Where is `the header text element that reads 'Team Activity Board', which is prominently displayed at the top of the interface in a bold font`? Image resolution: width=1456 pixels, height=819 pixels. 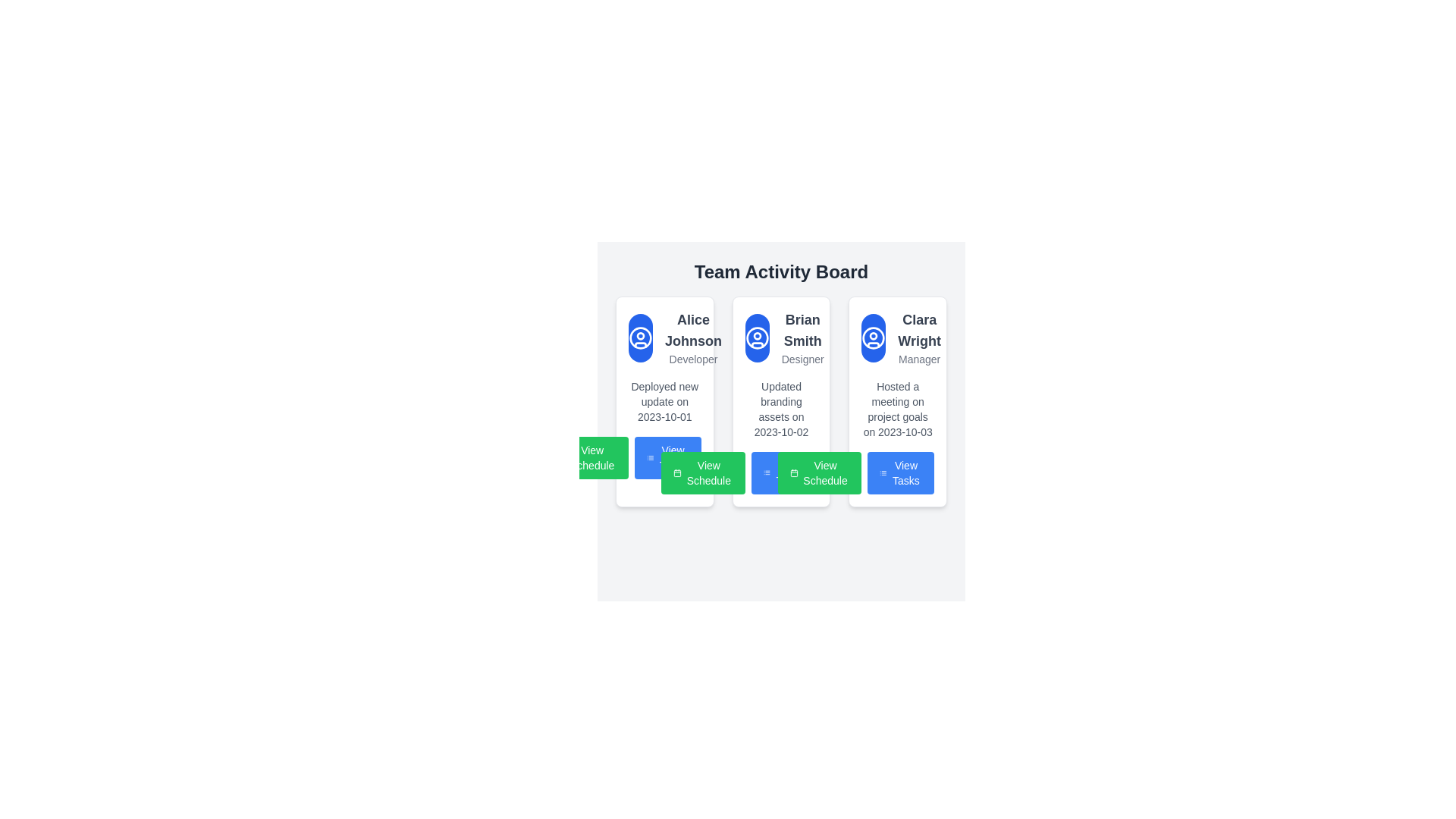
the header text element that reads 'Team Activity Board', which is prominently displayed at the top of the interface in a bold font is located at coordinates (781, 271).